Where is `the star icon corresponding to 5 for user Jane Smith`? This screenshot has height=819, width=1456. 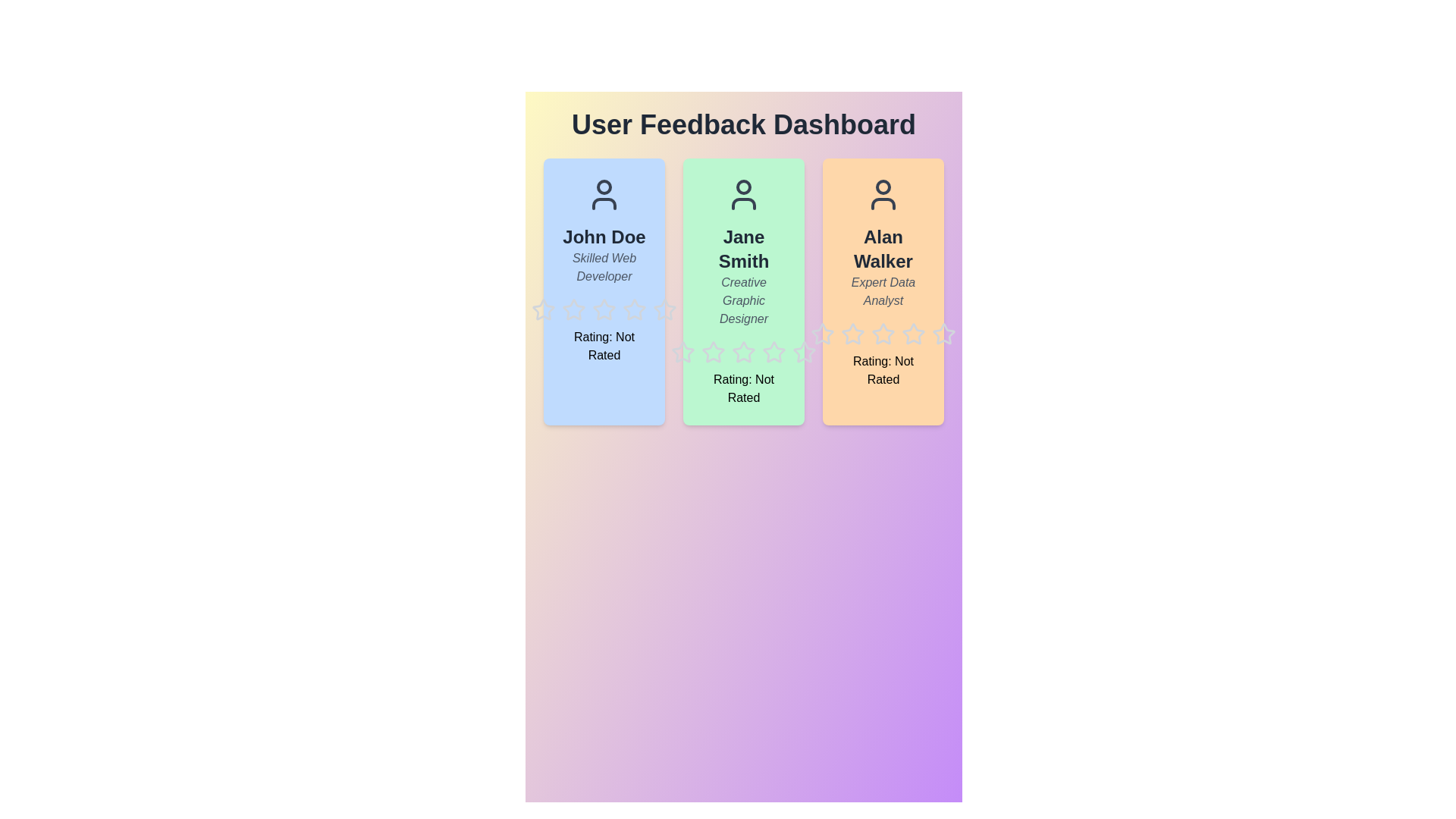
the star icon corresponding to 5 for user Jane Smith is located at coordinates (792, 339).